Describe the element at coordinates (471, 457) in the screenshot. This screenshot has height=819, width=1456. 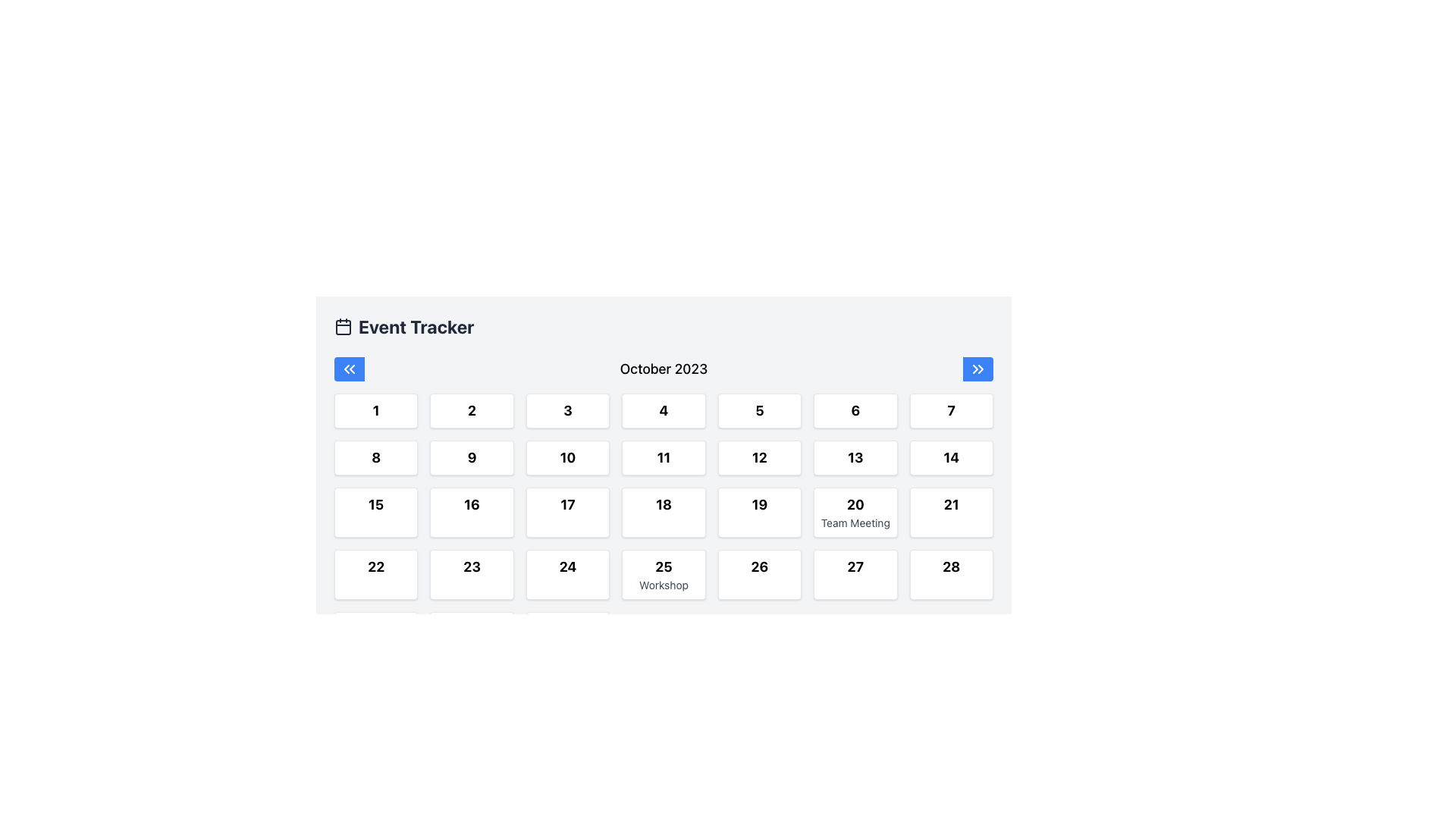
I see `the text label displaying the number '9' in bold font, which is centered in the clickable box for the 9th day of the calendar month` at that location.